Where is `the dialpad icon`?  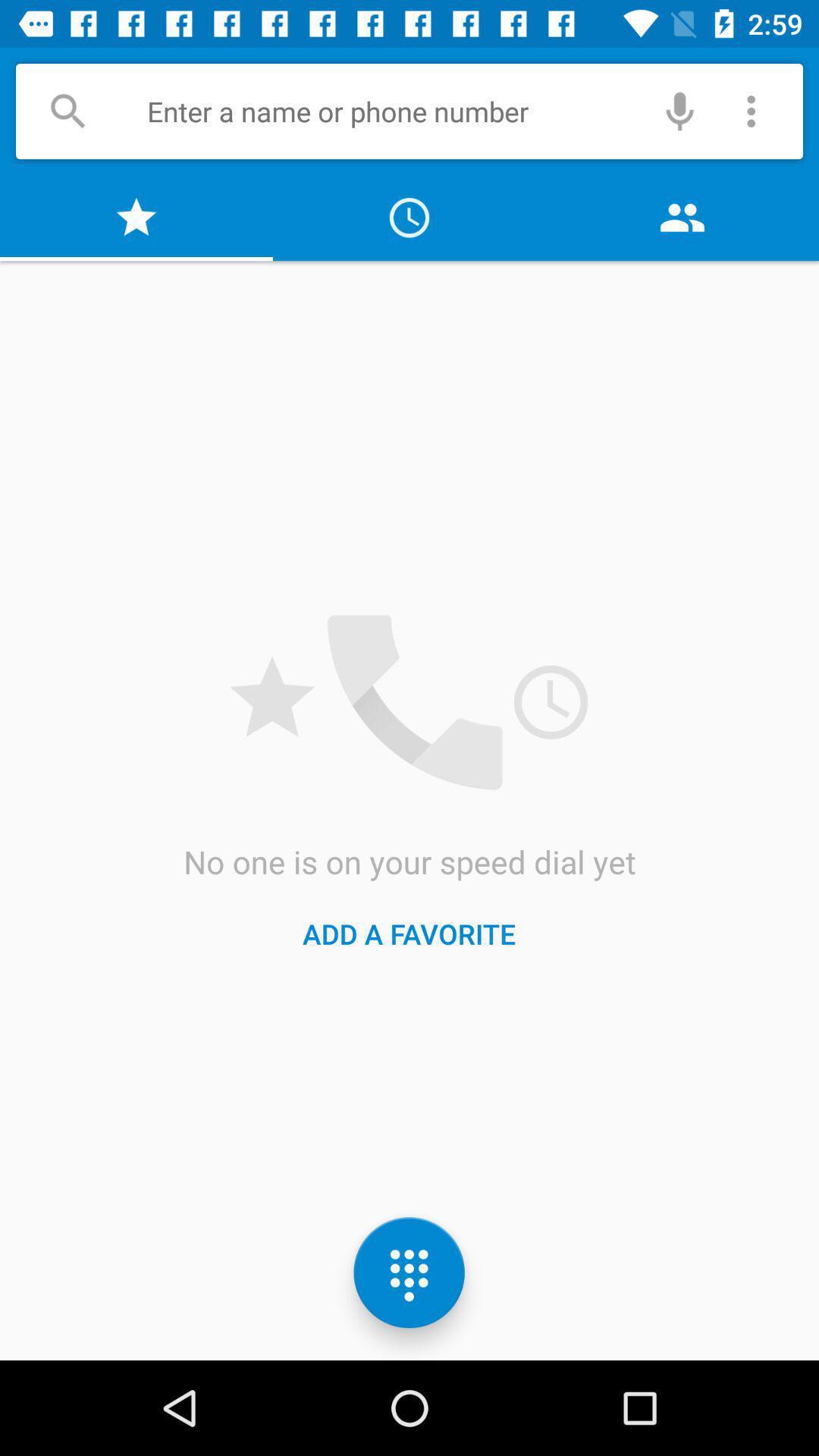
the dialpad icon is located at coordinates (409, 1272).